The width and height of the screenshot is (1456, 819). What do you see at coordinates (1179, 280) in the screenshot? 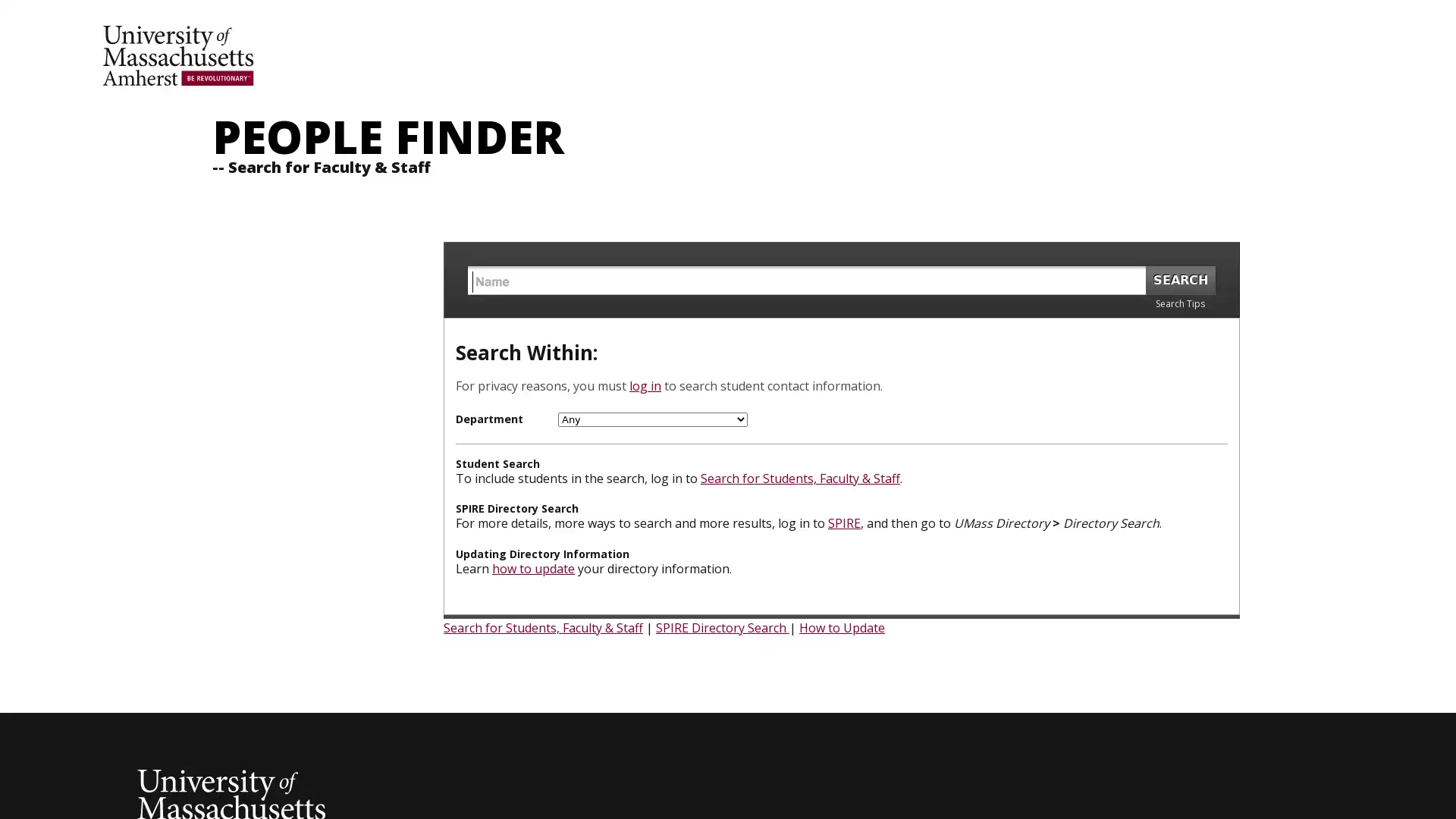
I see `SEARCH` at bounding box center [1179, 280].